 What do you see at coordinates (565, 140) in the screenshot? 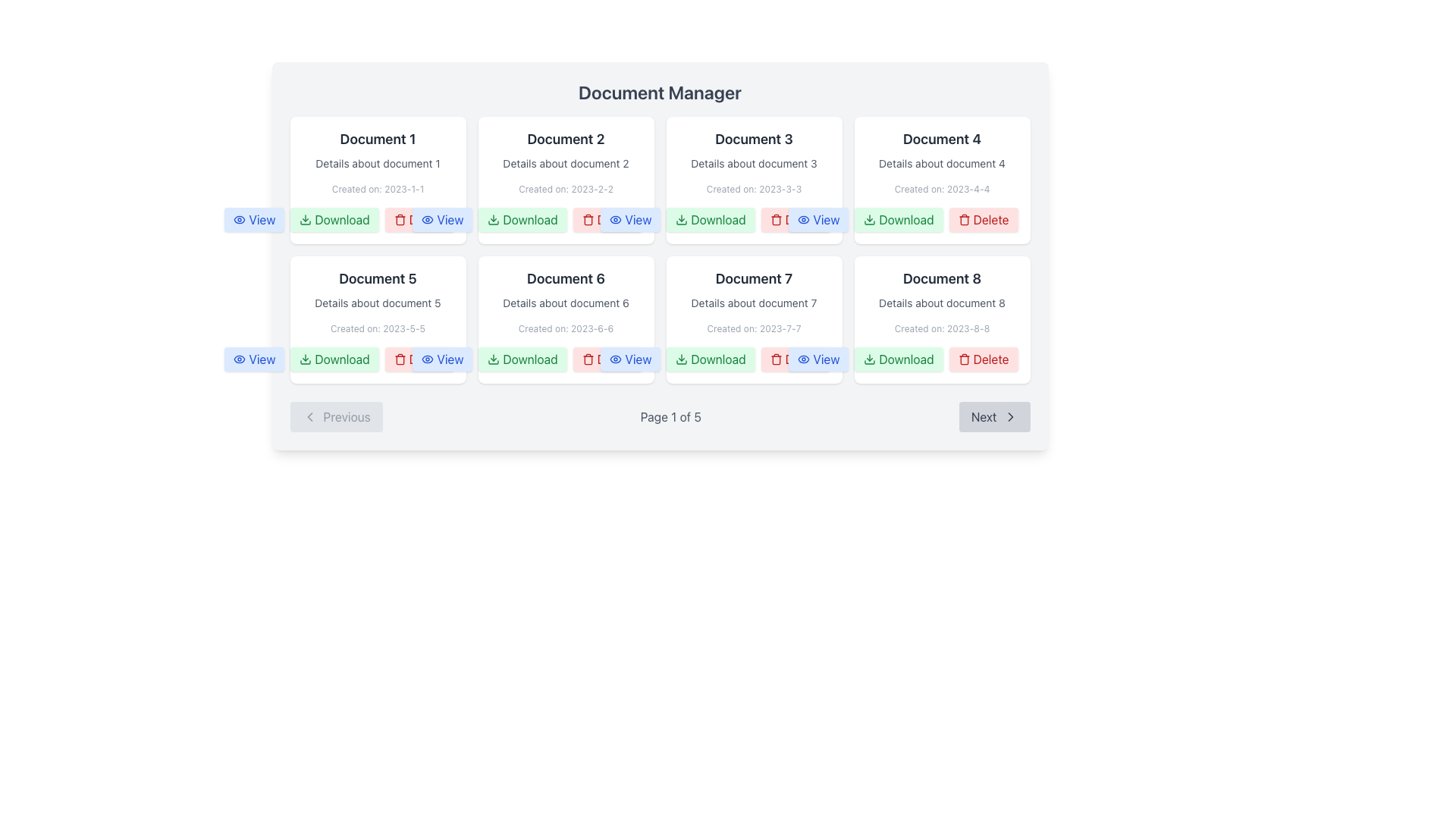
I see `the title label of the document located in the second document card of the first row in the grid layout` at bounding box center [565, 140].